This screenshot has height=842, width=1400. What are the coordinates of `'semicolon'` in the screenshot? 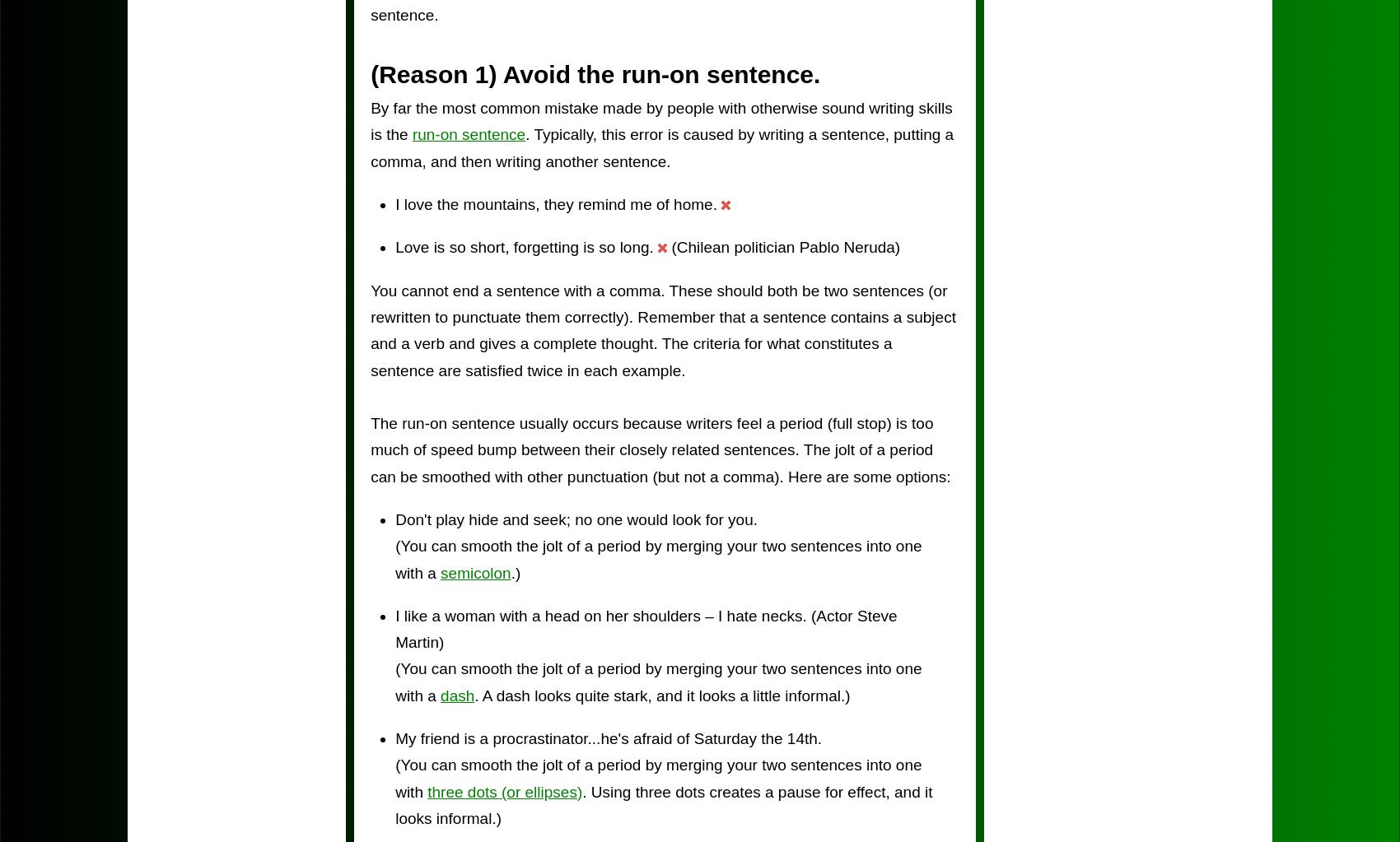 It's located at (474, 571).